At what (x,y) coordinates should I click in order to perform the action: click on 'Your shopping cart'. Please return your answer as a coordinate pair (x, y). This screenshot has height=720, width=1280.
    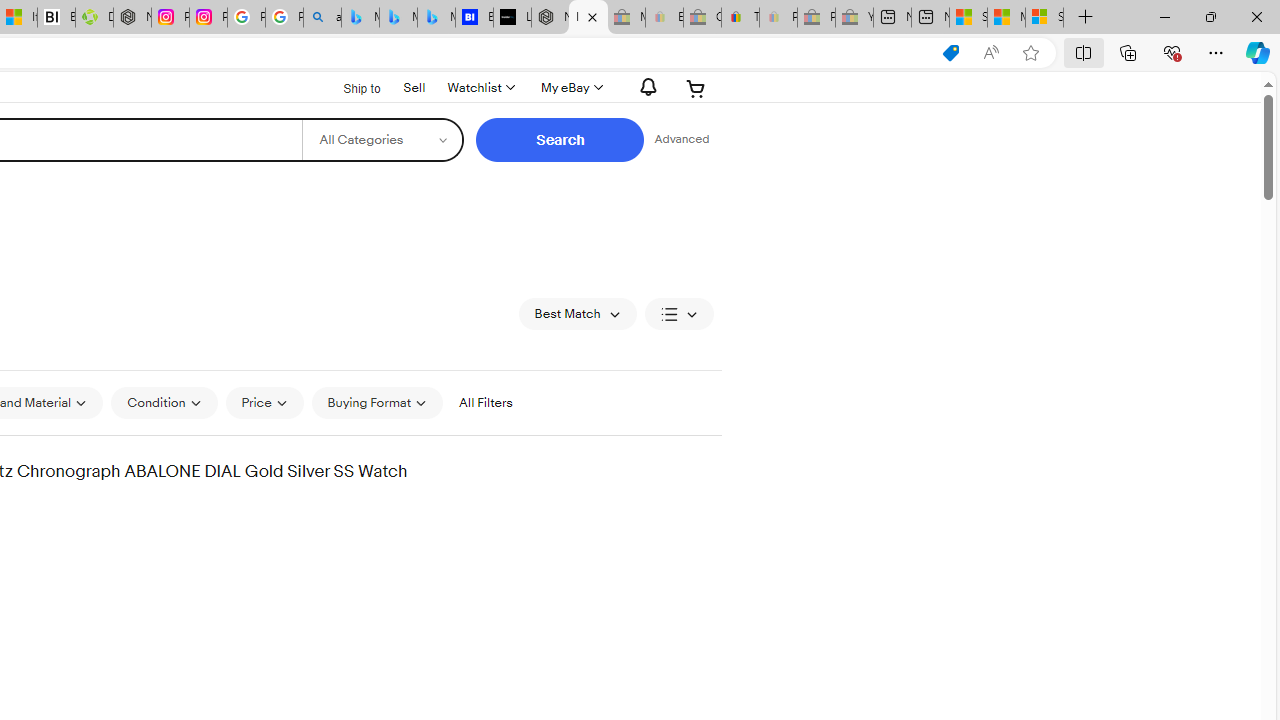
    Looking at the image, I should click on (696, 87).